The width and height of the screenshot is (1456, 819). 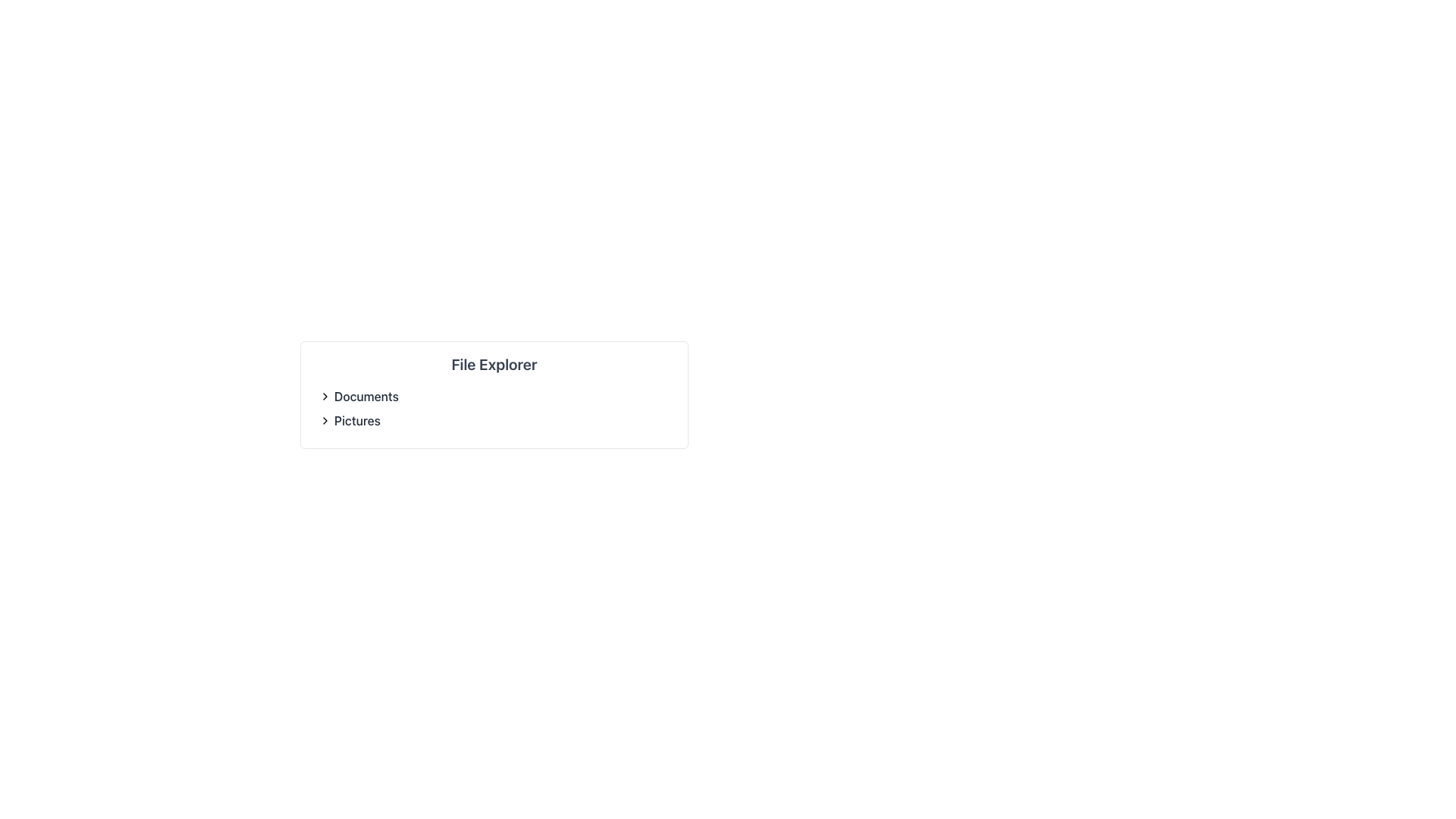 What do you see at coordinates (358, 396) in the screenshot?
I see `the first navigation item labeled 'Documents' in the File Explorer section` at bounding box center [358, 396].